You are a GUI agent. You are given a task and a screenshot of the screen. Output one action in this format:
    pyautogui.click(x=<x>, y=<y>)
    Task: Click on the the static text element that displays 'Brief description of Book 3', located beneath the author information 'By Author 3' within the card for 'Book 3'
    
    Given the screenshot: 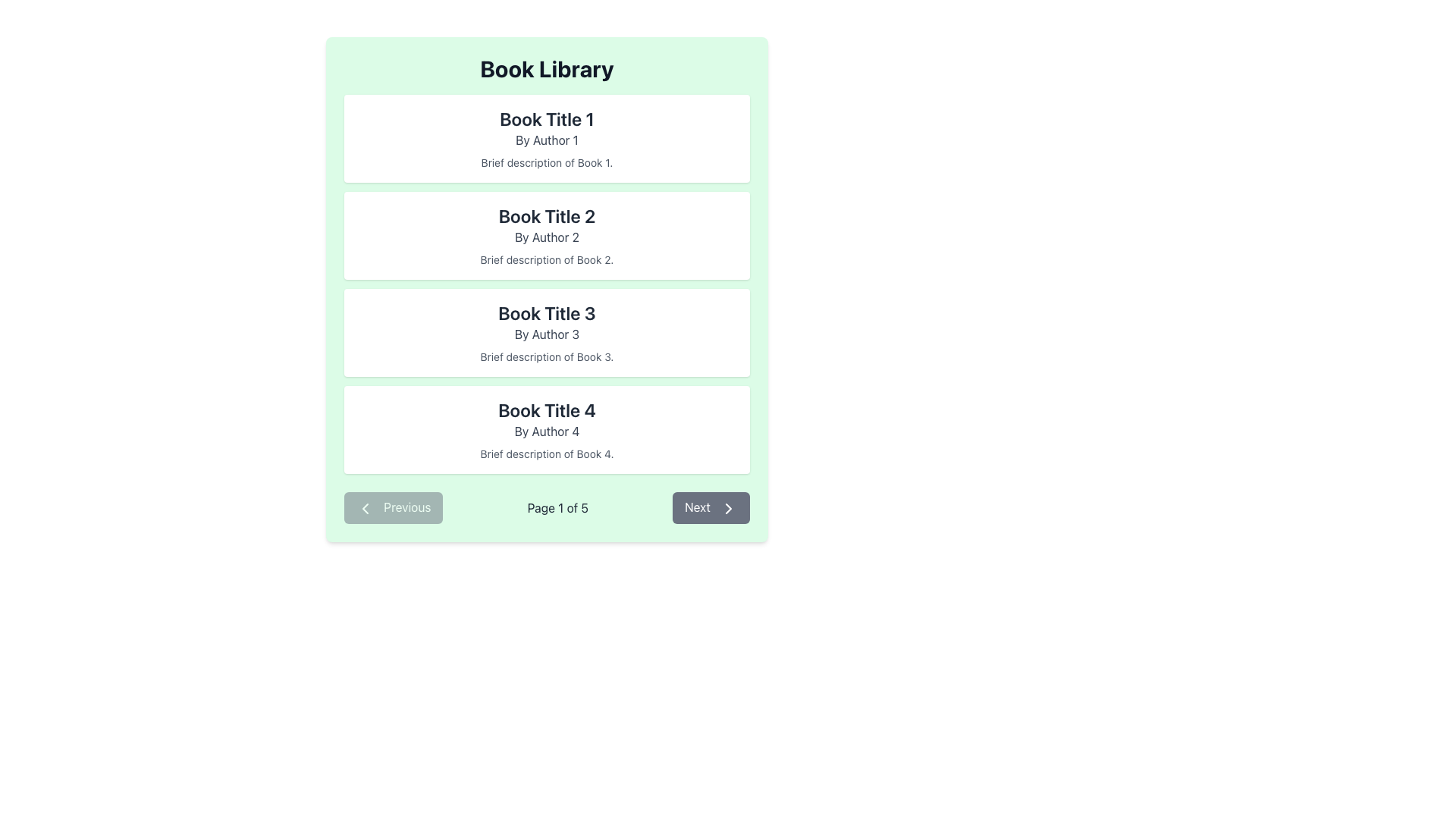 What is the action you would take?
    pyautogui.click(x=546, y=356)
    